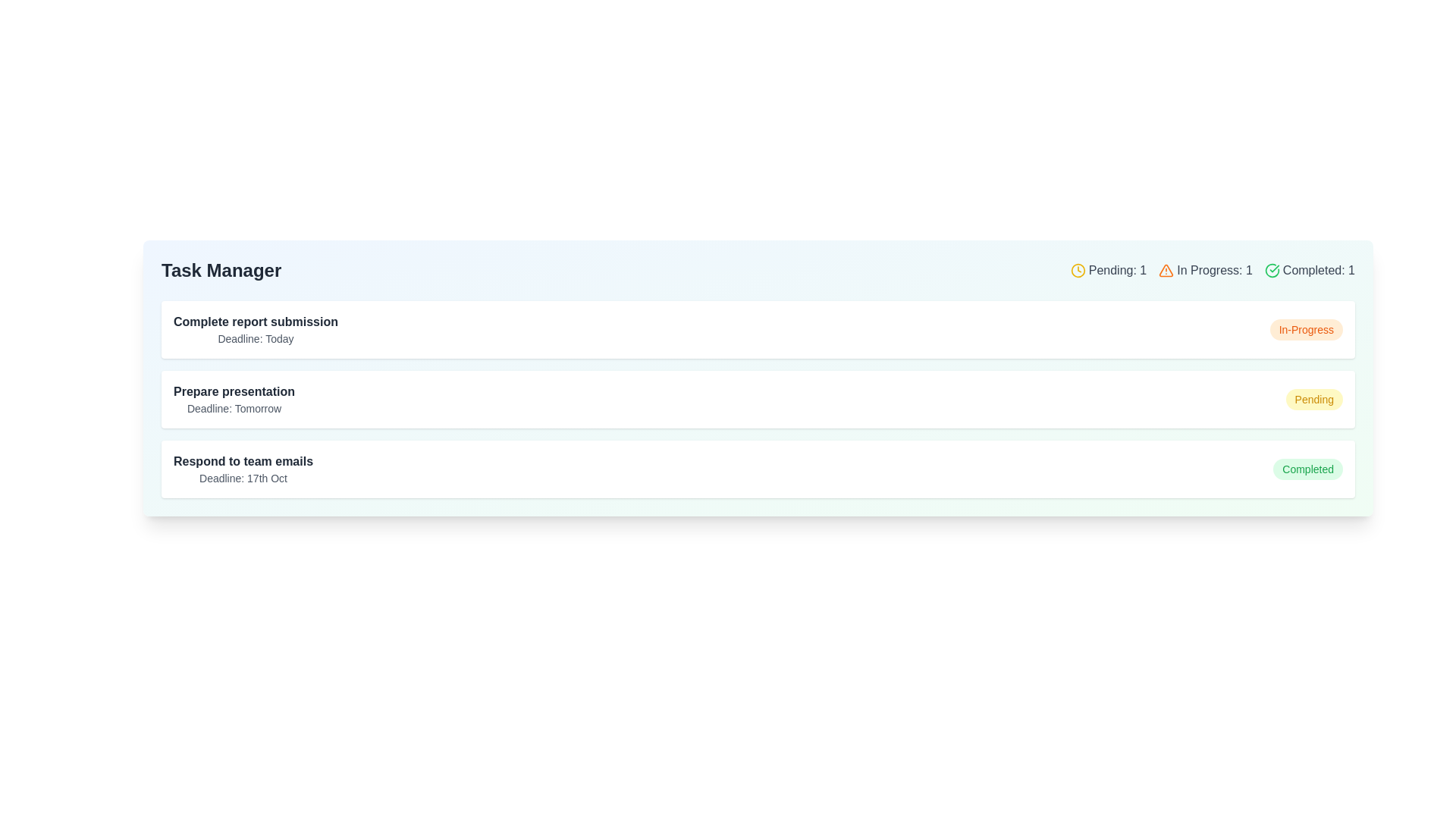 The width and height of the screenshot is (1456, 819). I want to click on the Status Indicator Cluster, which includes three status indicators: a yellow clock icon labeled 'Pending: 1', an orange triangle icon labeled 'In Progress: 1', and a green checkmark icon labeled 'Completed: 1', so click(1212, 270).